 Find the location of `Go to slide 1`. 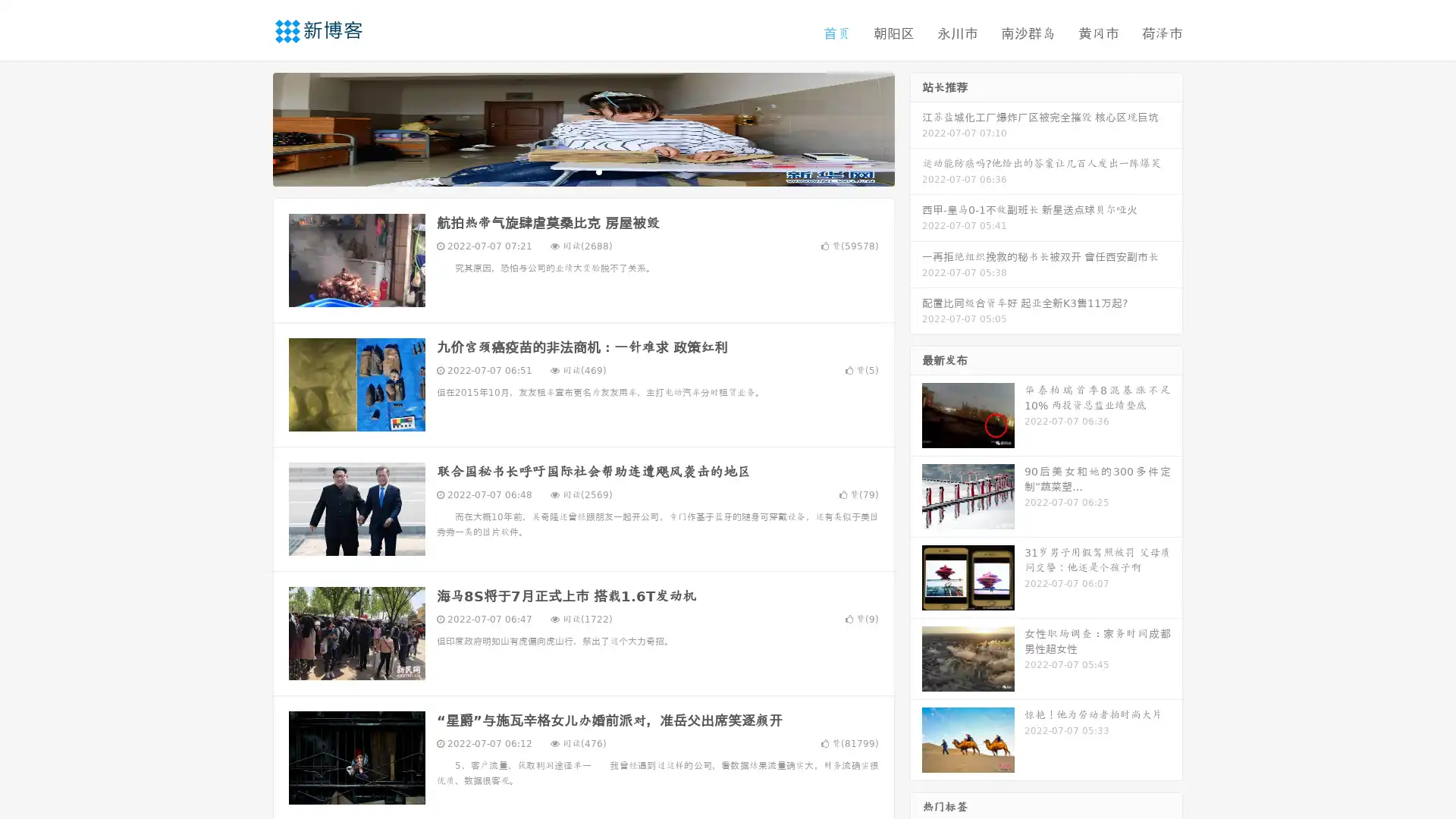

Go to slide 1 is located at coordinates (567, 171).